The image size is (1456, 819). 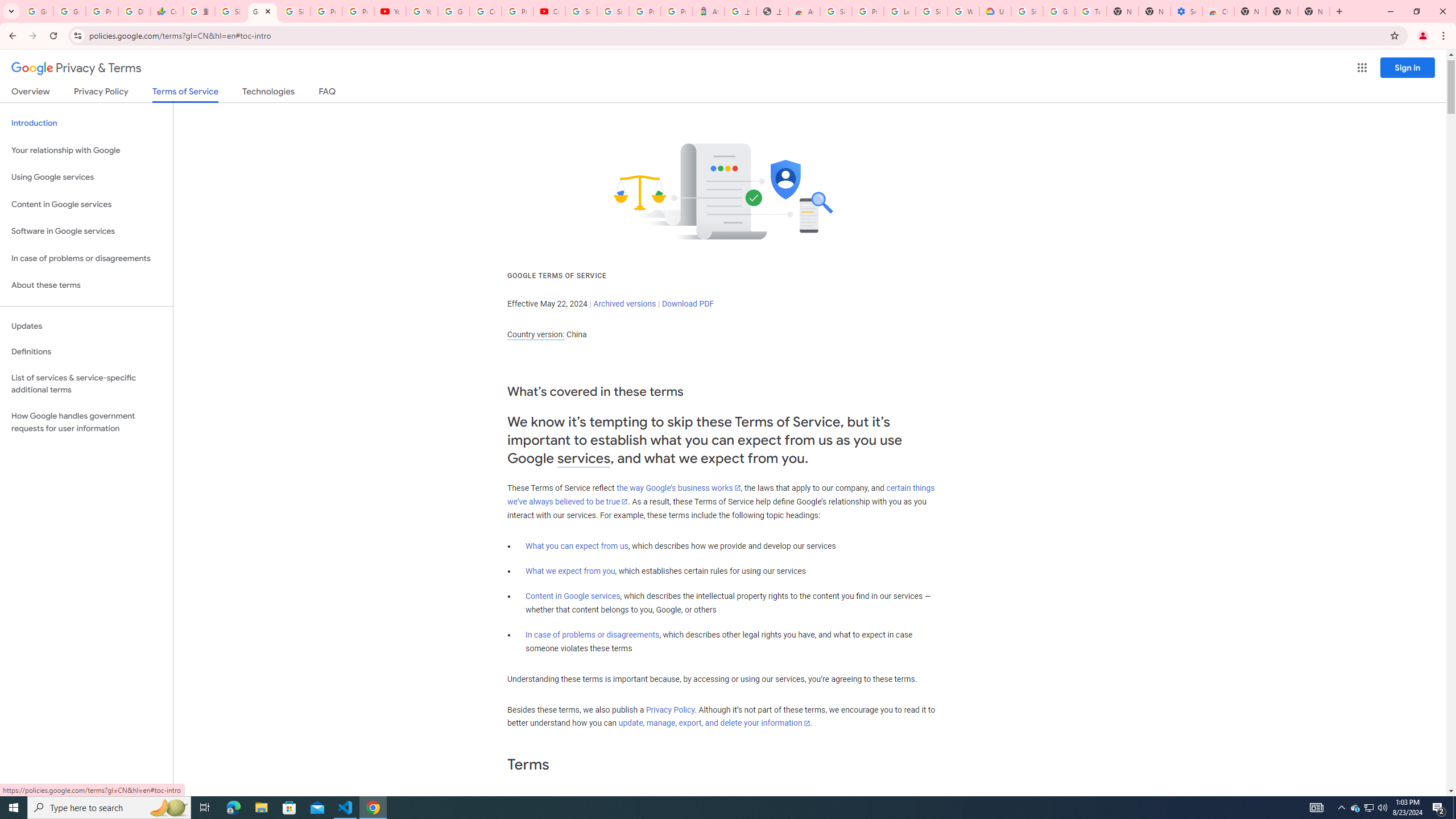 What do you see at coordinates (86, 150) in the screenshot?
I see `'Your relationship with Google'` at bounding box center [86, 150].